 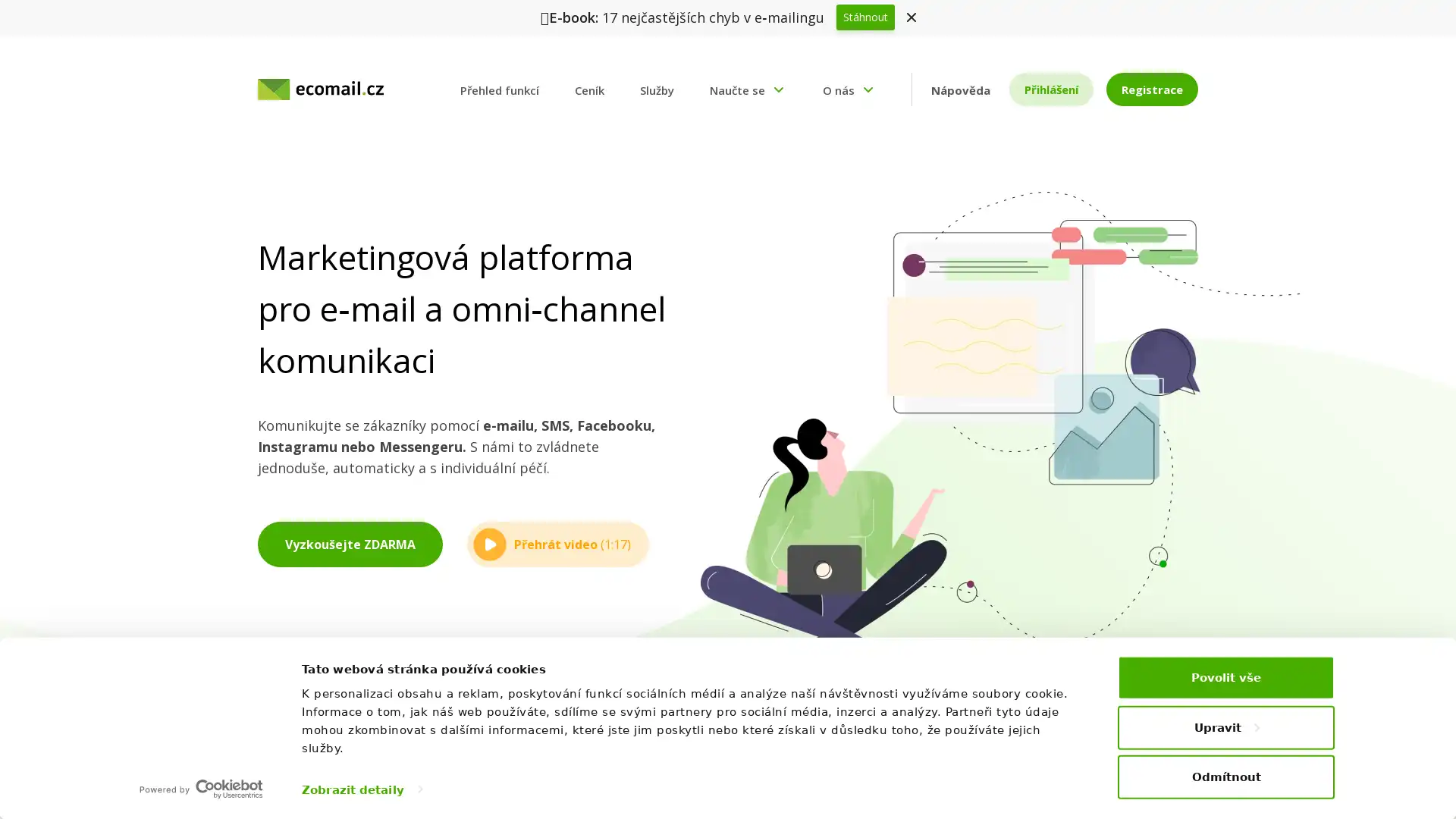 What do you see at coordinates (1226, 776) in the screenshot?
I see `Odmitnout` at bounding box center [1226, 776].